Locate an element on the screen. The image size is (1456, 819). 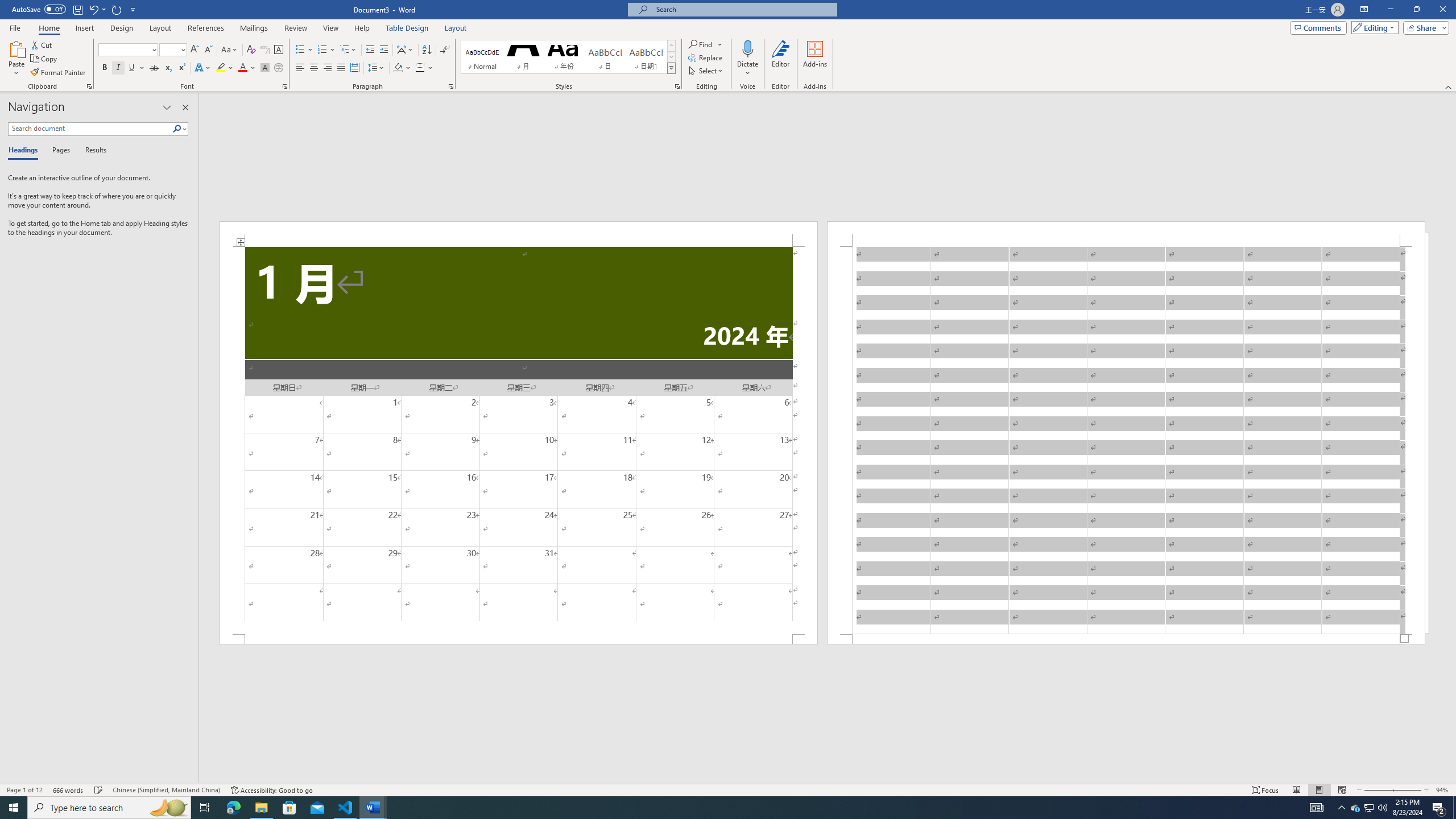
'Table Design' is located at coordinates (407, 28).